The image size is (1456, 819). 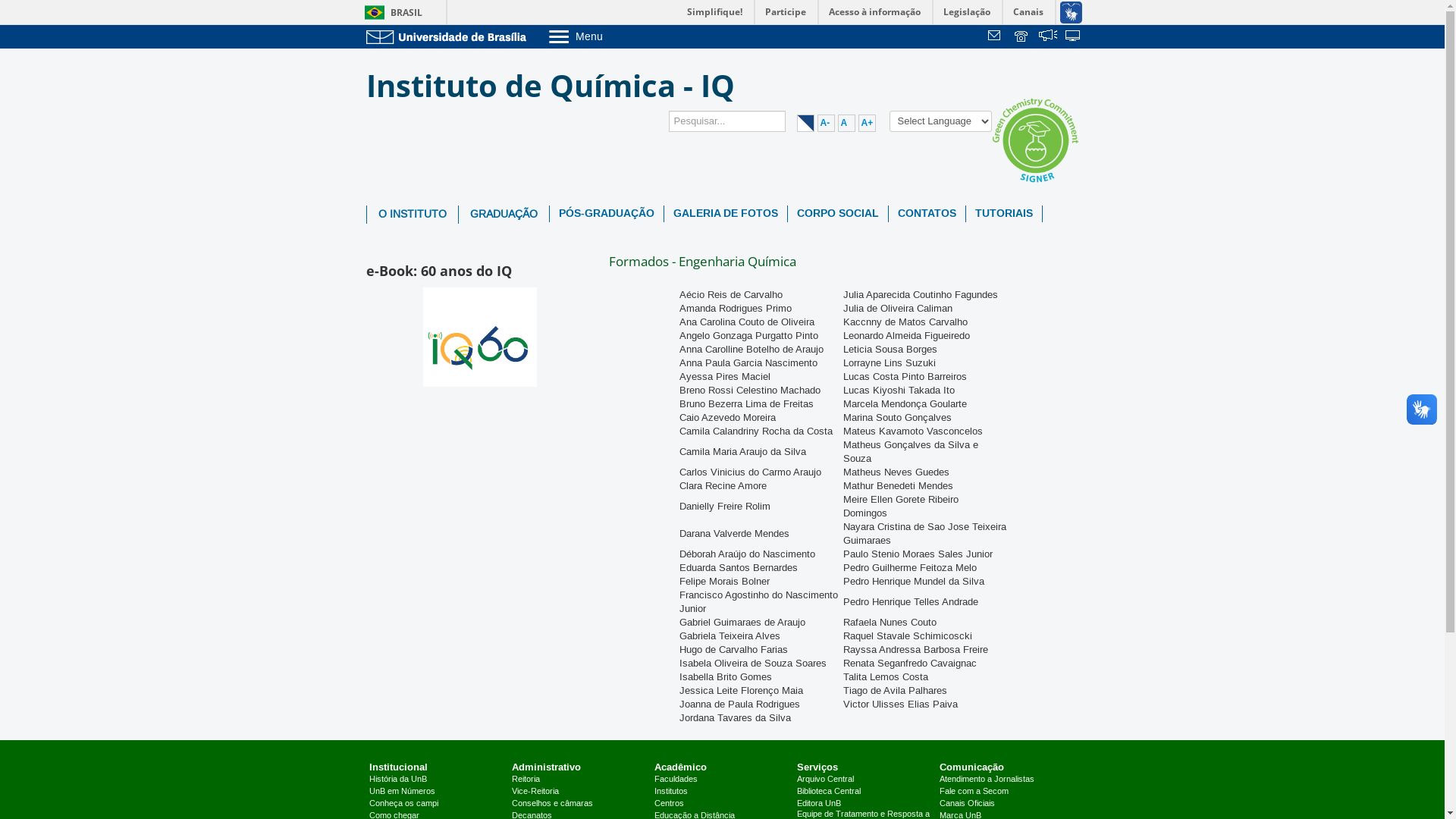 I want to click on 'Faculdades', so click(x=675, y=780).